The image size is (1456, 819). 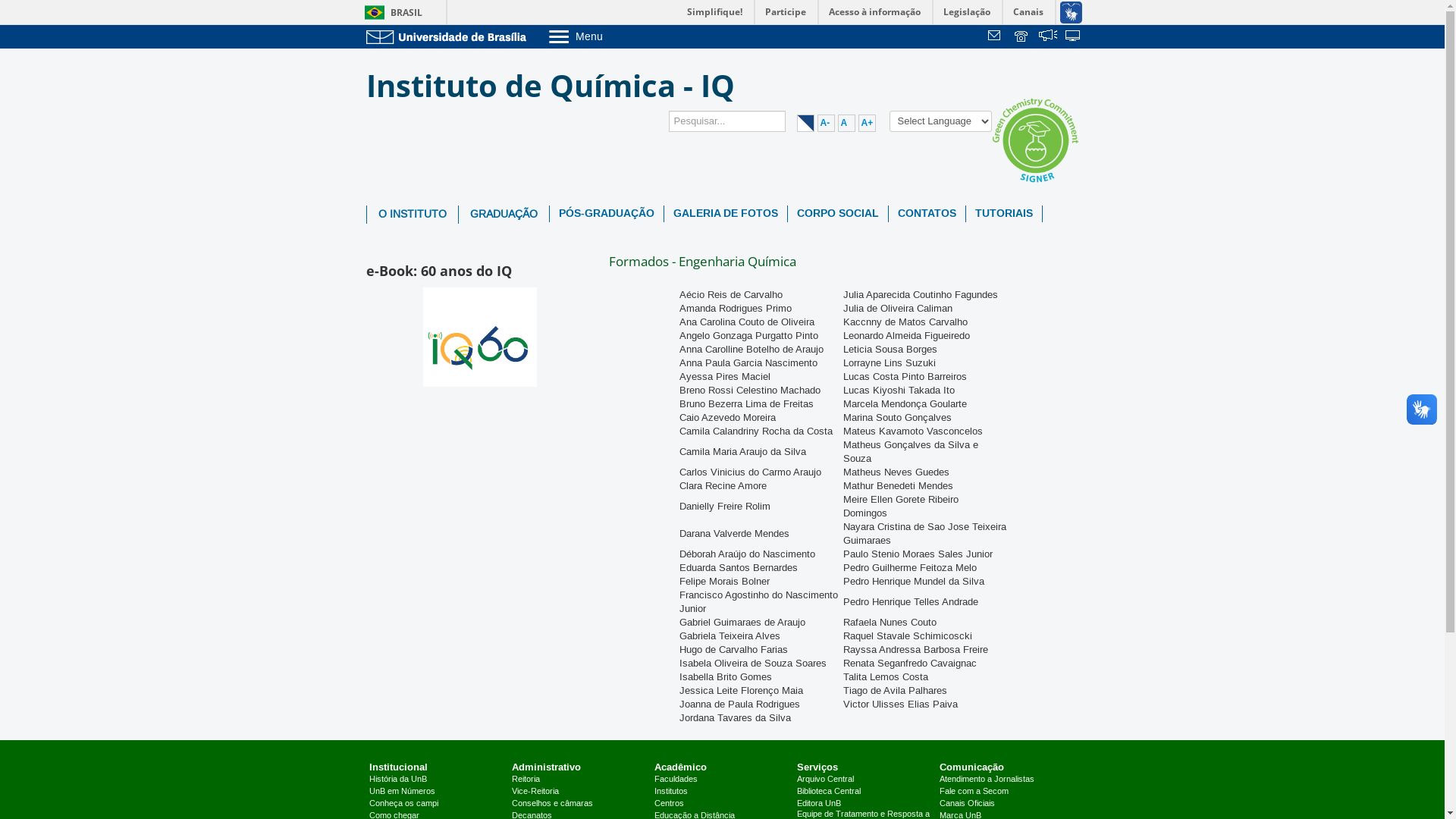 I want to click on 'Faculdades', so click(x=675, y=780).